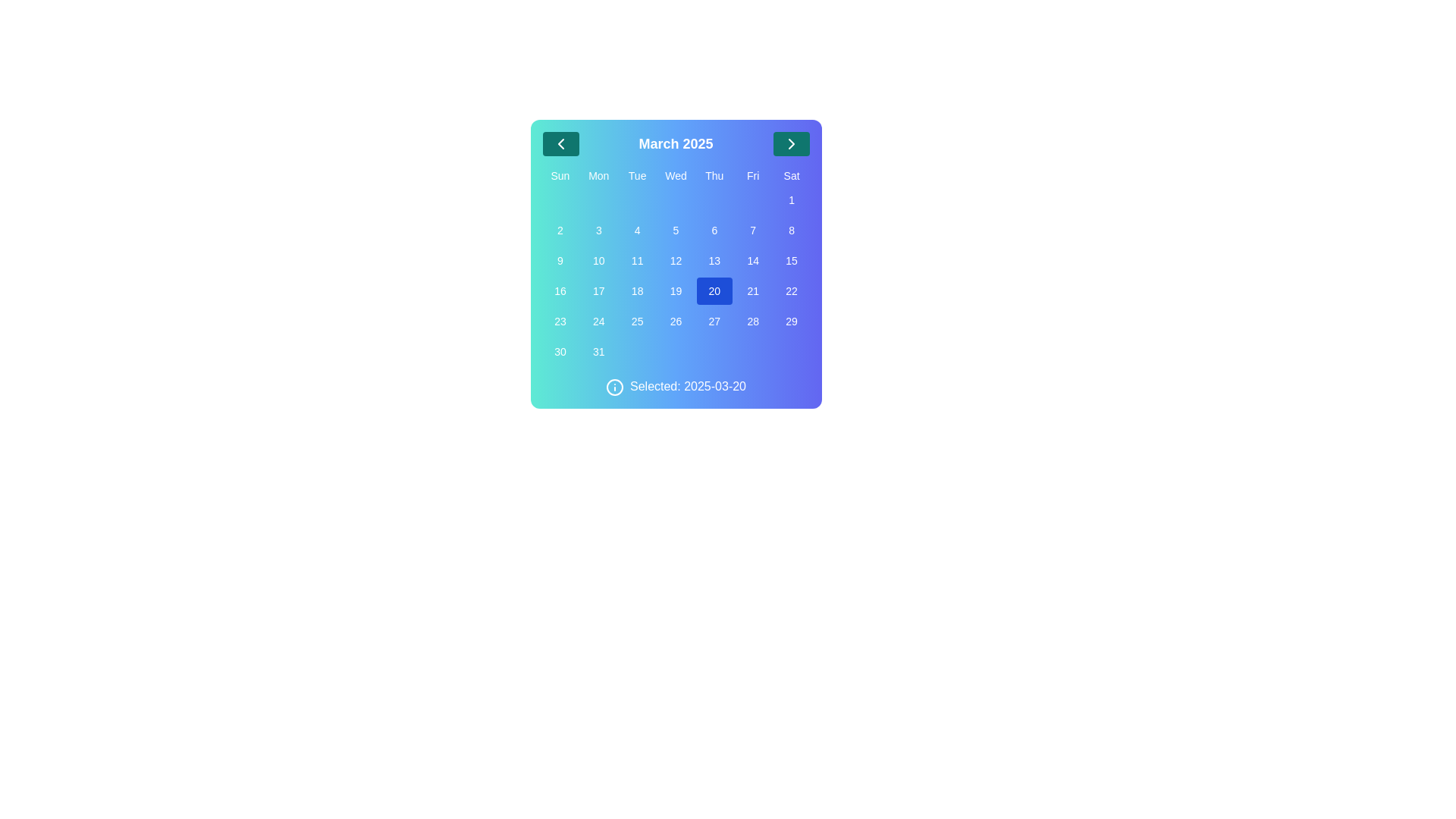 The width and height of the screenshot is (1456, 819). Describe the element at coordinates (753, 291) in the screenshot. I see `the button representing the date '21' in the calendar, located in the fifth row under the 'Fri' column` at that location.